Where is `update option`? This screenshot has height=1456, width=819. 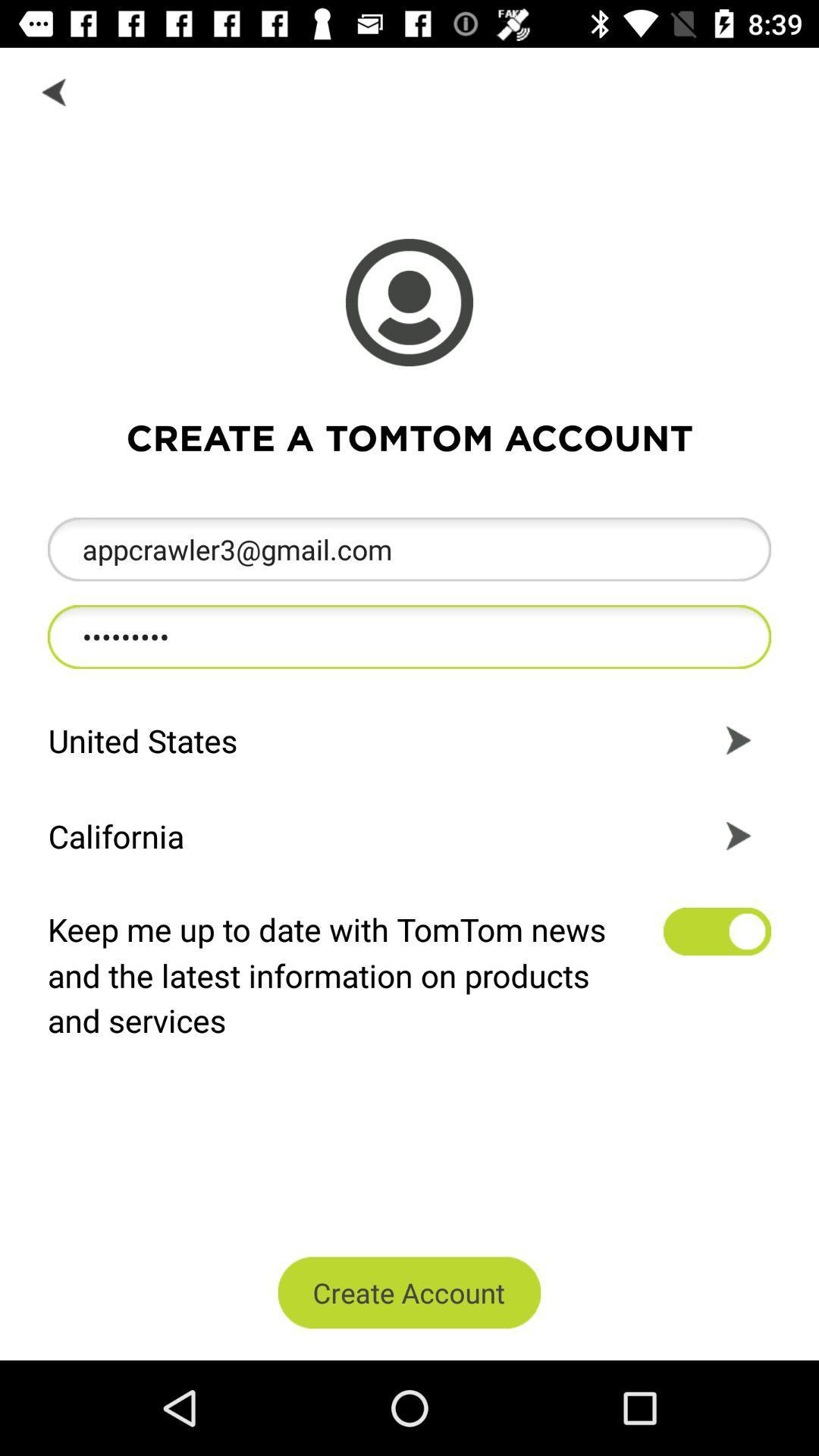
update option is located at coordinates (717, 930).